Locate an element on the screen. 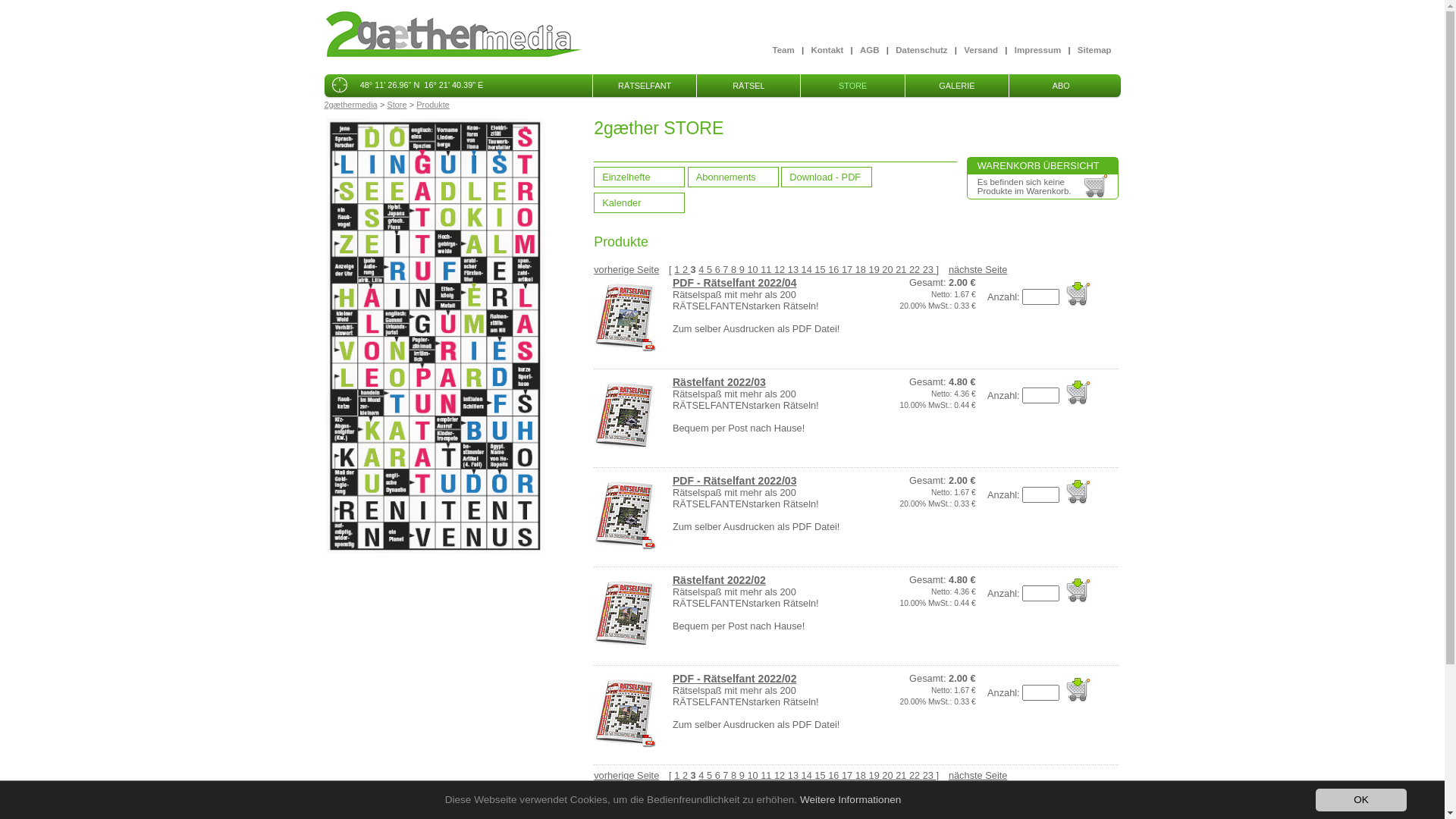 The image size is (1456, 819). '9' is located at coordinates (743, 268).